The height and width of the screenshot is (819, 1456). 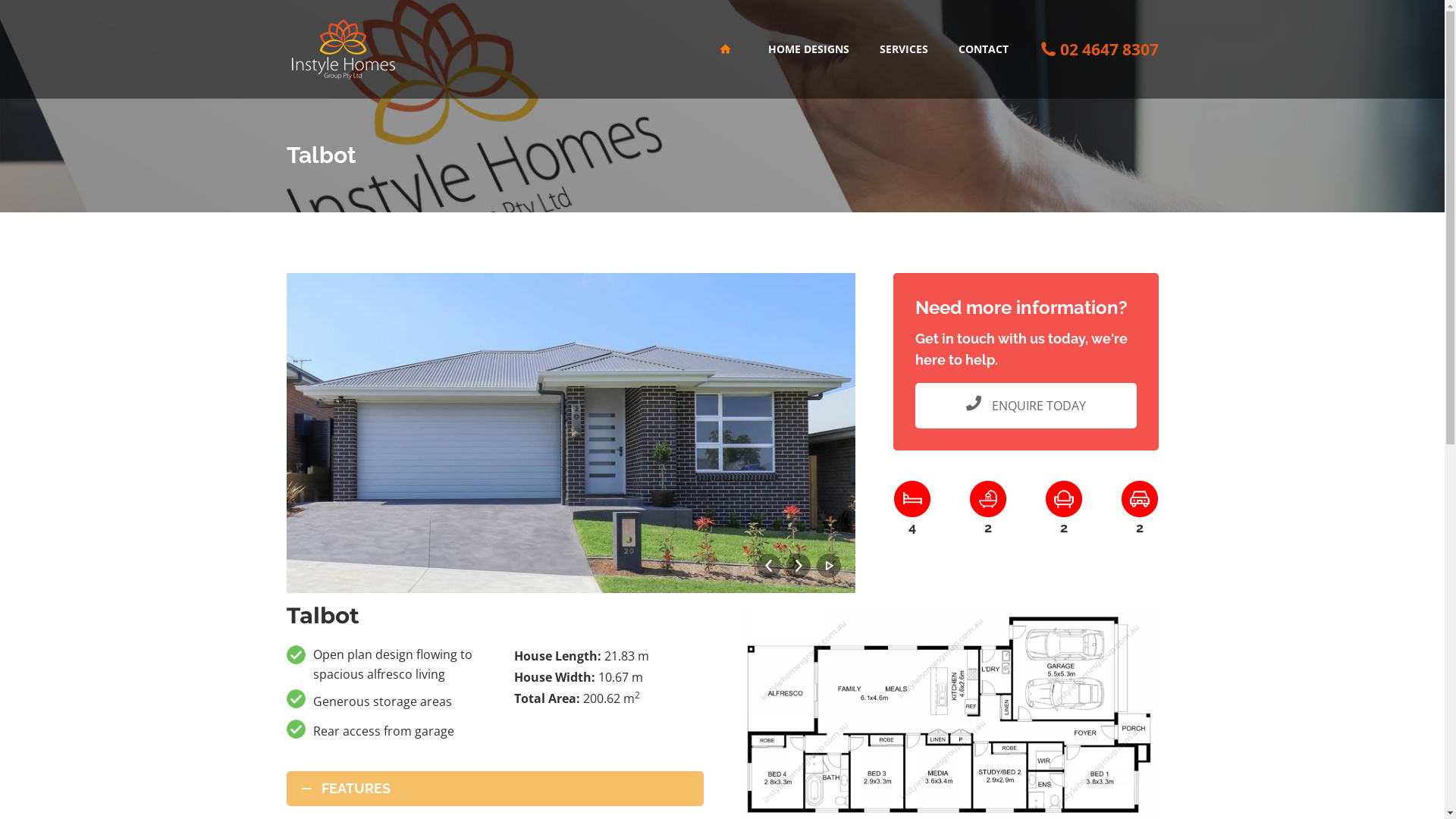 I want to click on 'CONTACT', so click(x=983, y=49).